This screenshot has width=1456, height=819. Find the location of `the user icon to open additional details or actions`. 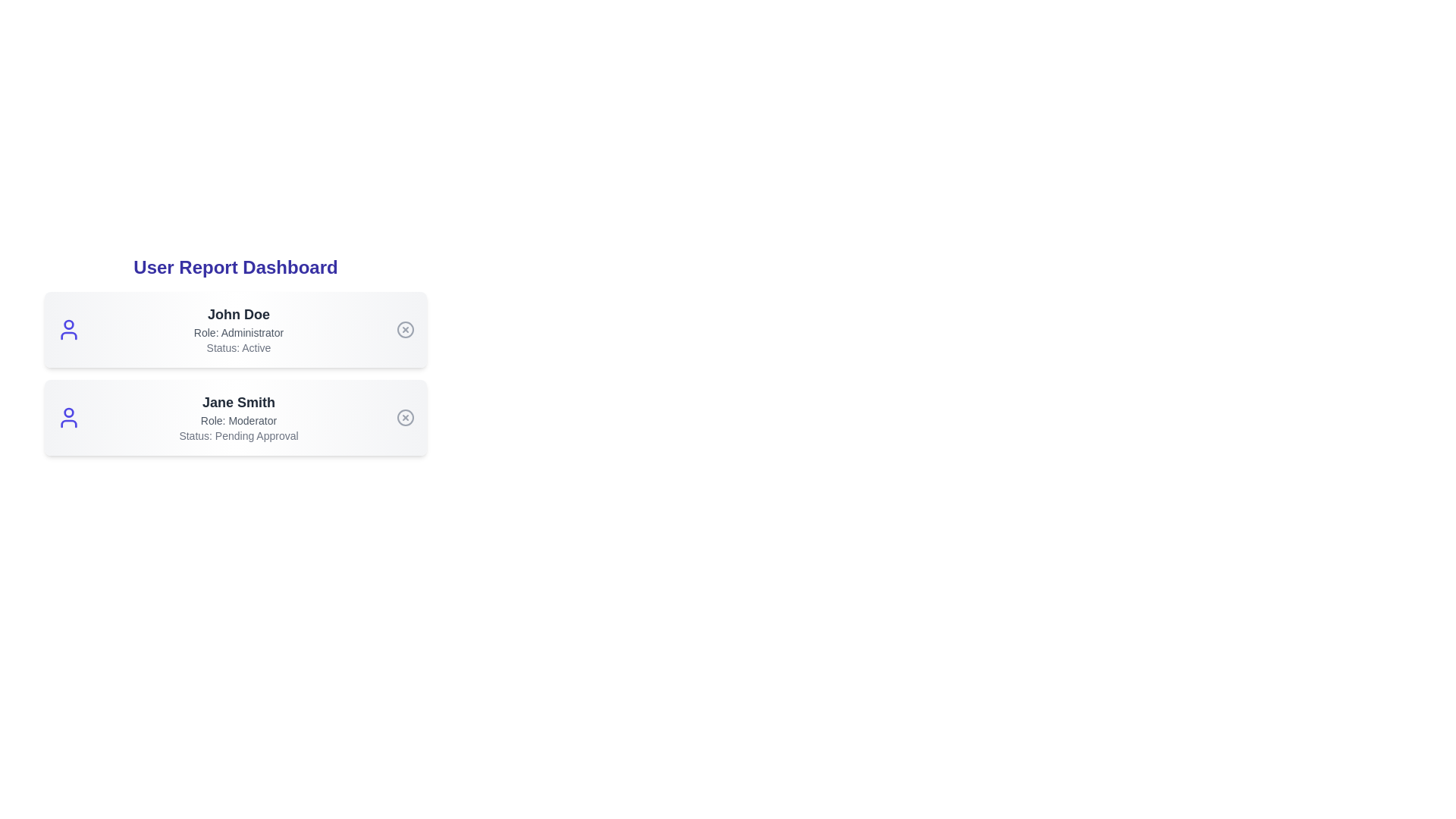

the user icon to open additional details or actions is located at coordinates (68, 329).